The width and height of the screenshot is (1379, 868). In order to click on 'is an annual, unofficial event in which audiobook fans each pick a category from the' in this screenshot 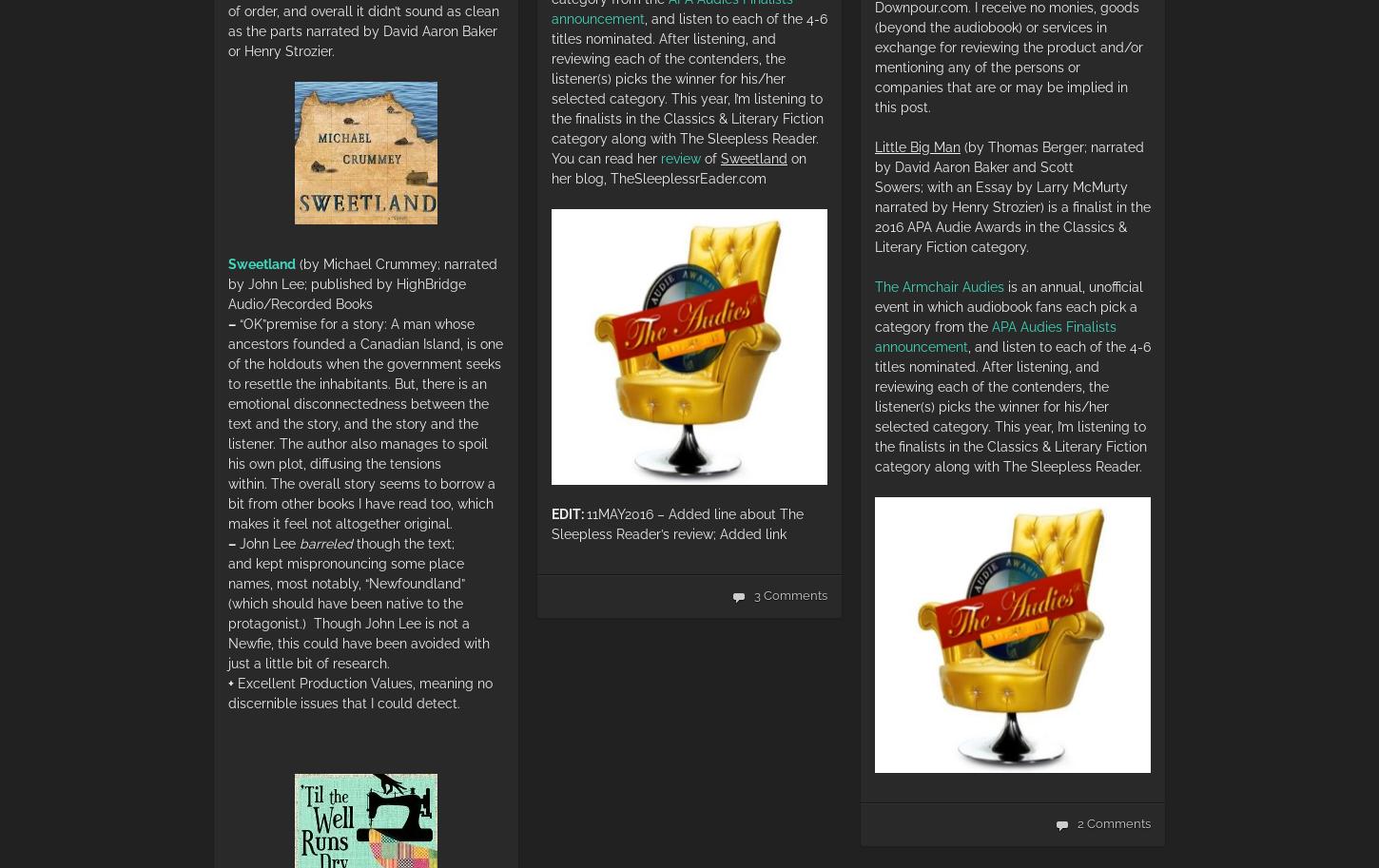, I will do `click(1008, 305)`.